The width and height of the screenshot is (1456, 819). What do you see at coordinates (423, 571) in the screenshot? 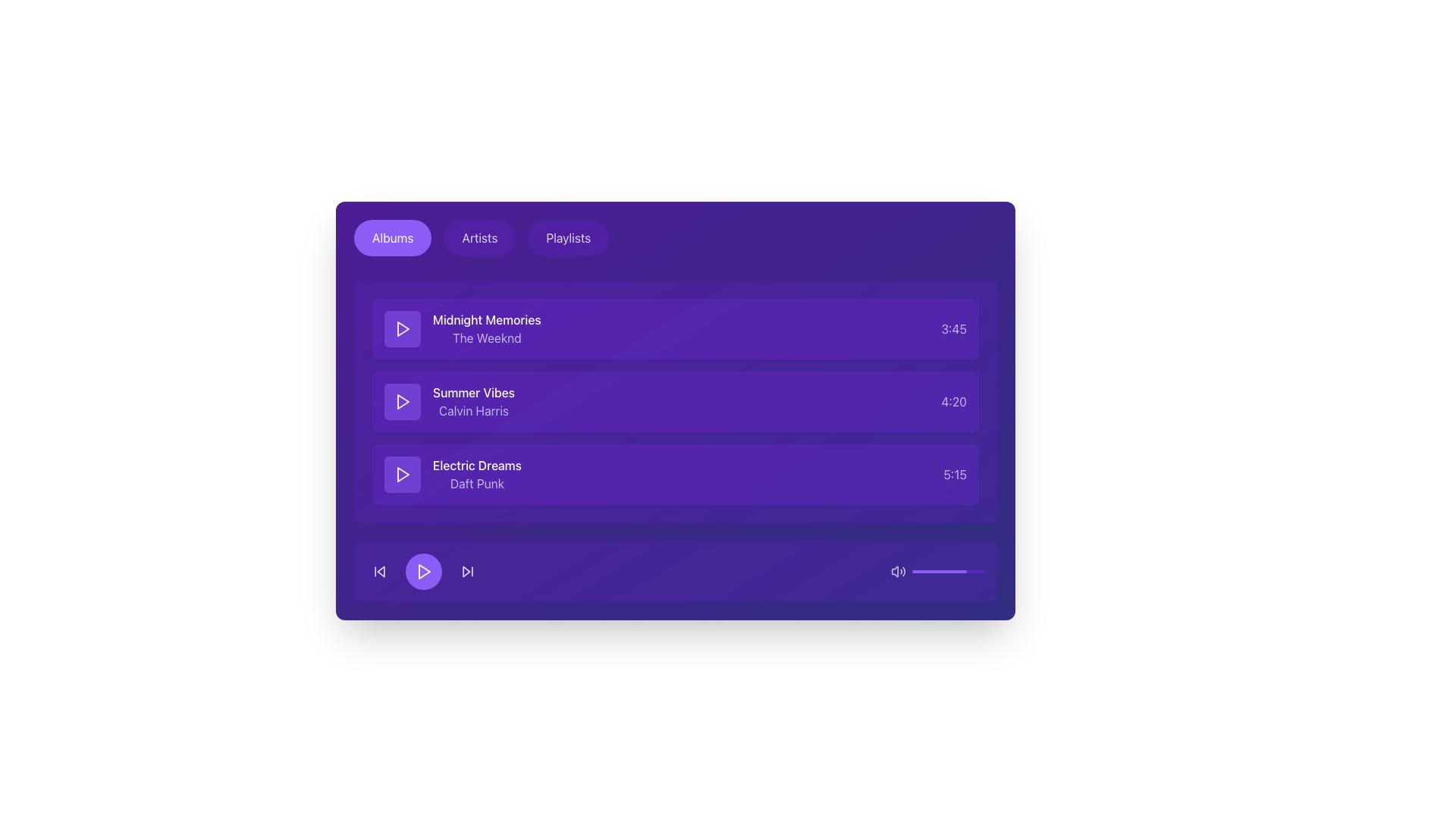
I see `the play button icon located at the bottom center of the music interface for visual feedback` at bounding box center [423, 571].